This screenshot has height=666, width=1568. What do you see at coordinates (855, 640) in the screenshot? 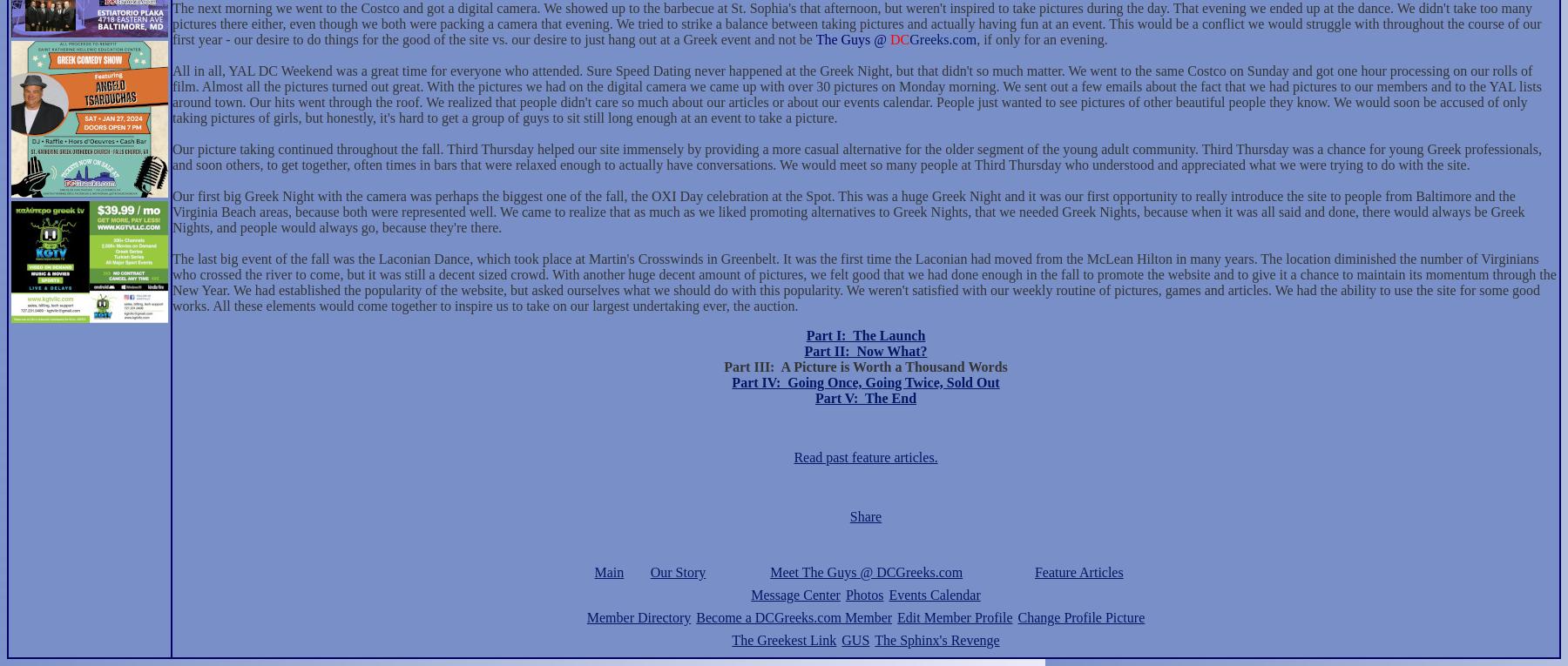
I see `'GUS'` at bounding box center [855, 640].